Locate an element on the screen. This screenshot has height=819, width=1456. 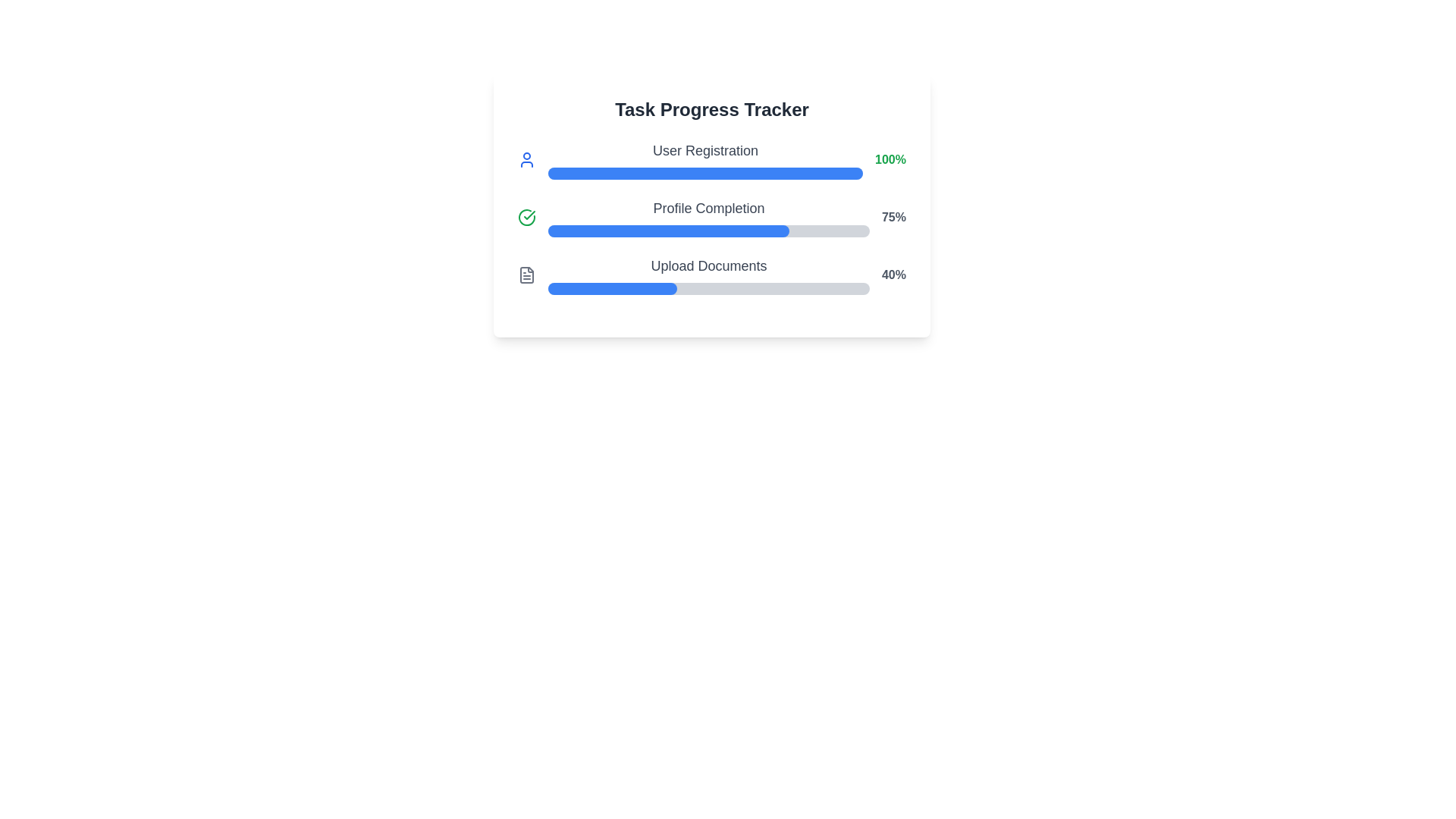
the Text Label that describes the context of the progress bar for the 'User Registration' process, which is aligned with the blue progress bar and the '100%' percentage indicator is located at coordinates (704, 151).